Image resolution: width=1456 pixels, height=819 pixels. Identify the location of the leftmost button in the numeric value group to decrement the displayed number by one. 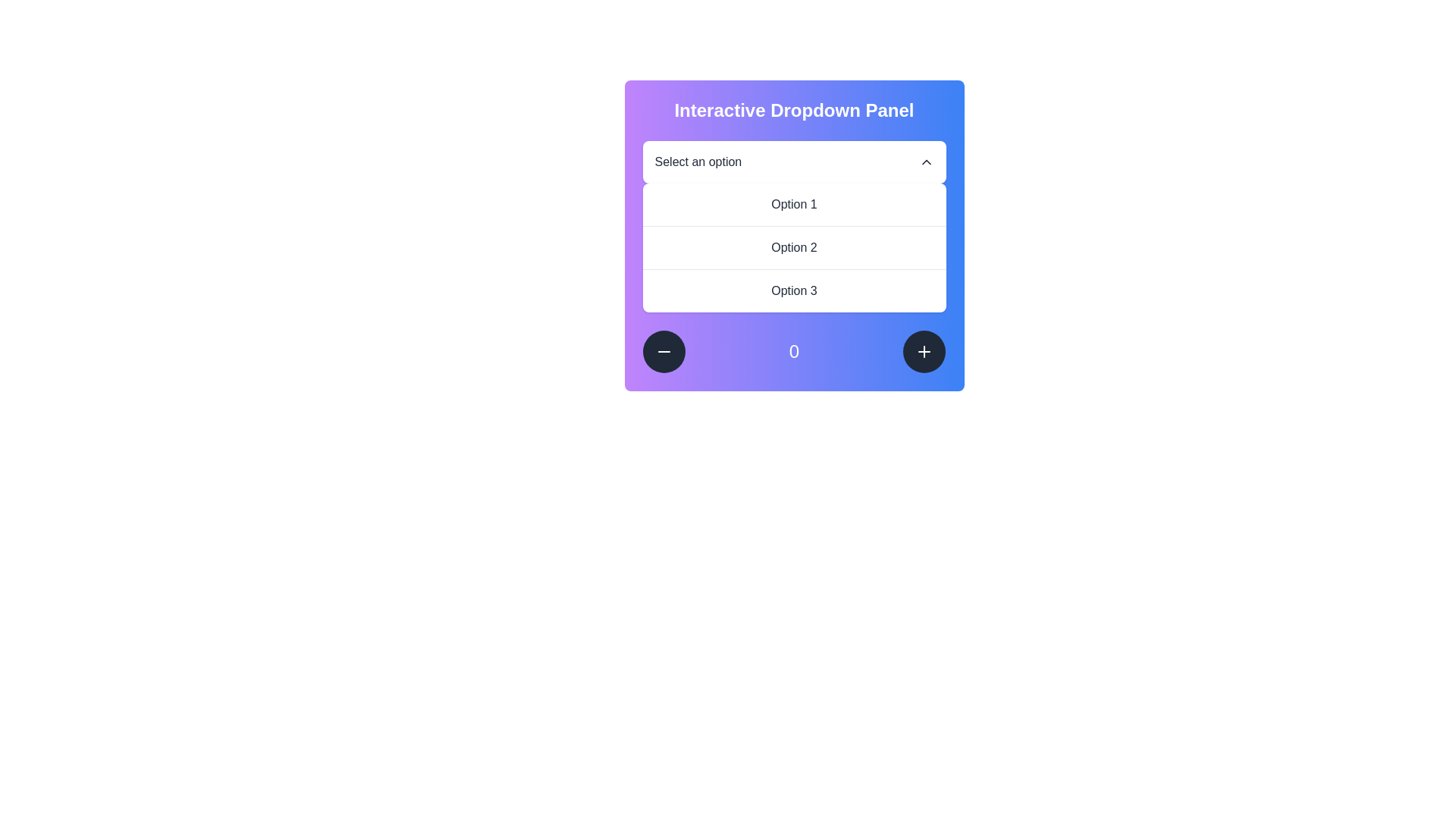
(664, 351).